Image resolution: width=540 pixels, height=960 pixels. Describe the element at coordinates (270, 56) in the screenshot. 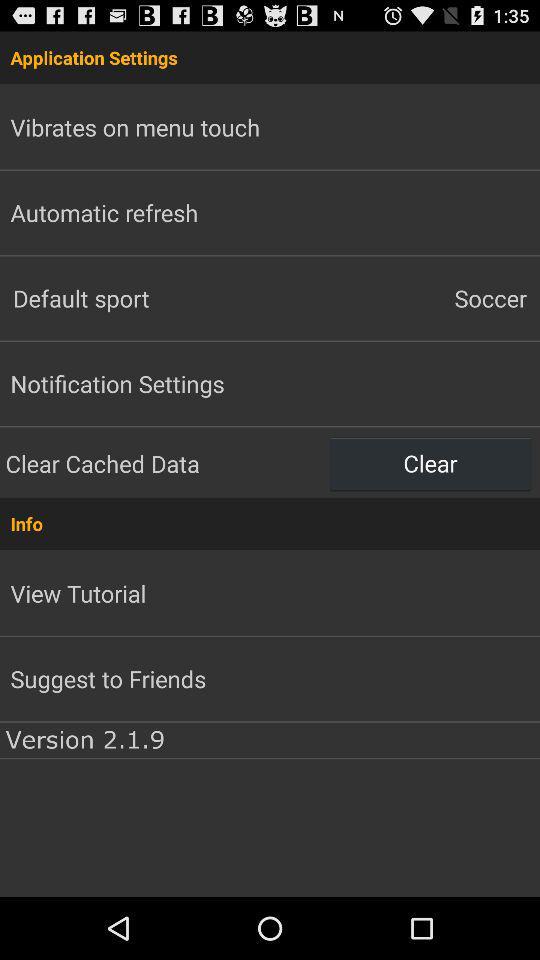

I see `the application settings app` at that location.